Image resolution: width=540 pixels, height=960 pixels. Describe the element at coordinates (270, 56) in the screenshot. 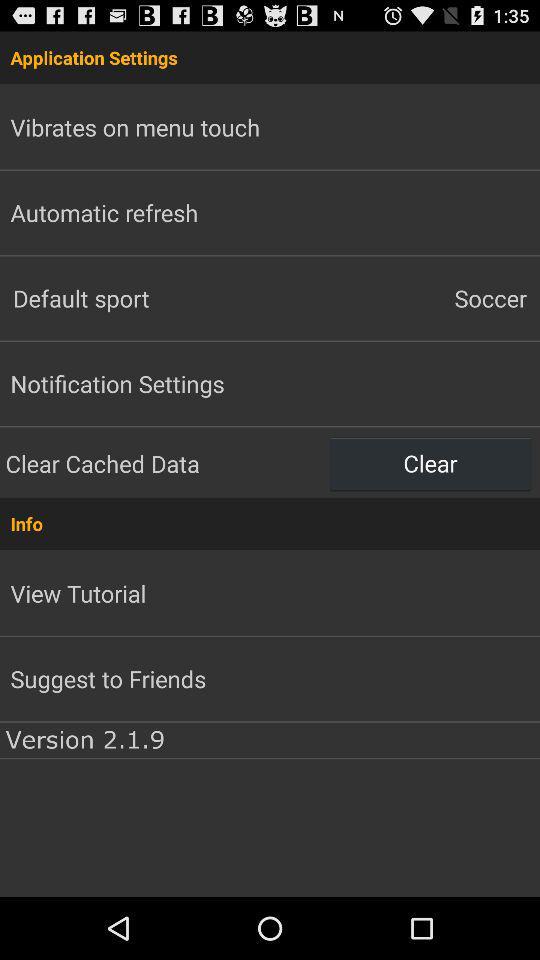

I see `the application settings app` at that location.